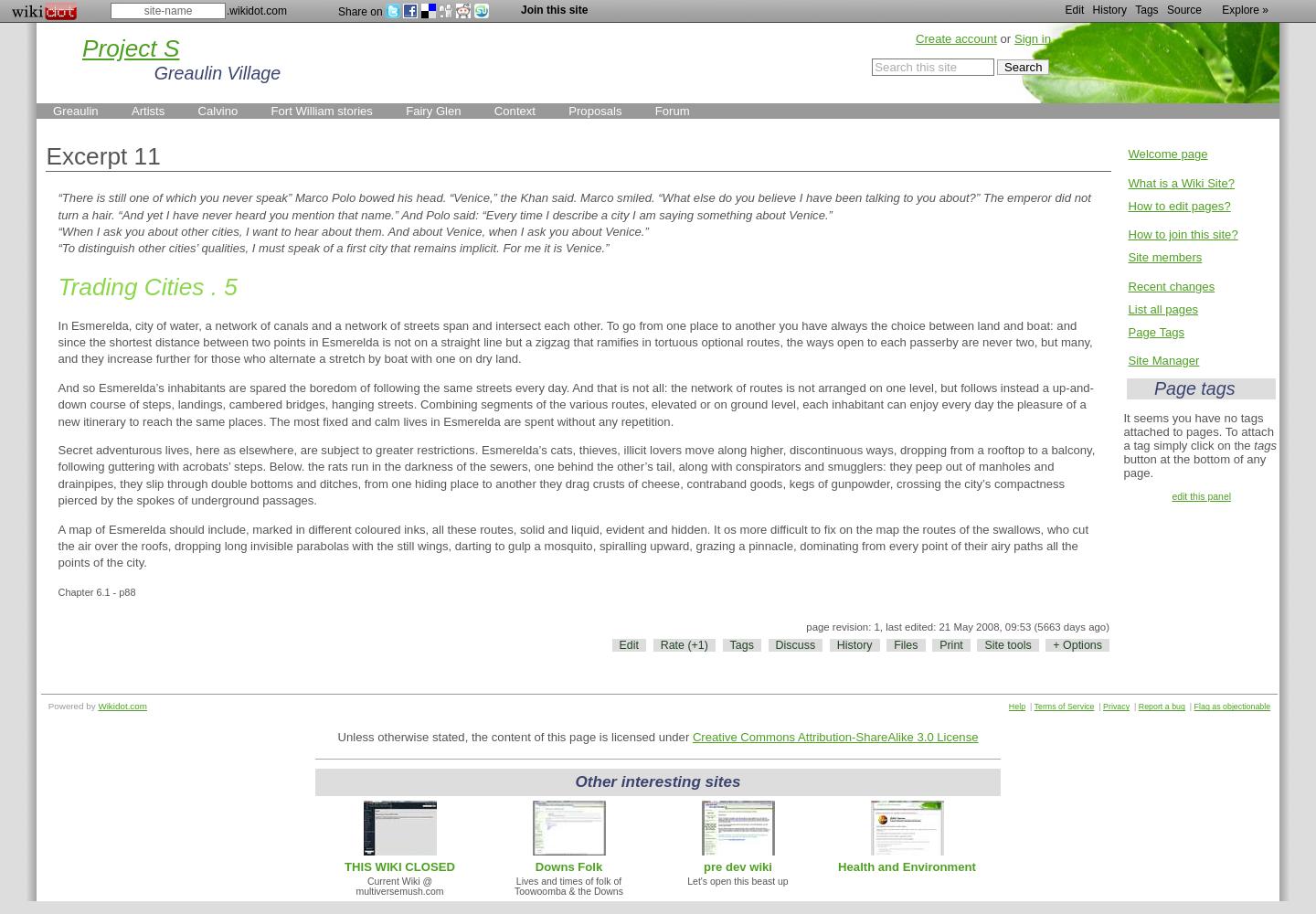 This screenshot has width=1316, height=914. What do you see at coordinates (1265, 443) in the screenshot?
I see `'tags'` at bounding box center [1265, 443].